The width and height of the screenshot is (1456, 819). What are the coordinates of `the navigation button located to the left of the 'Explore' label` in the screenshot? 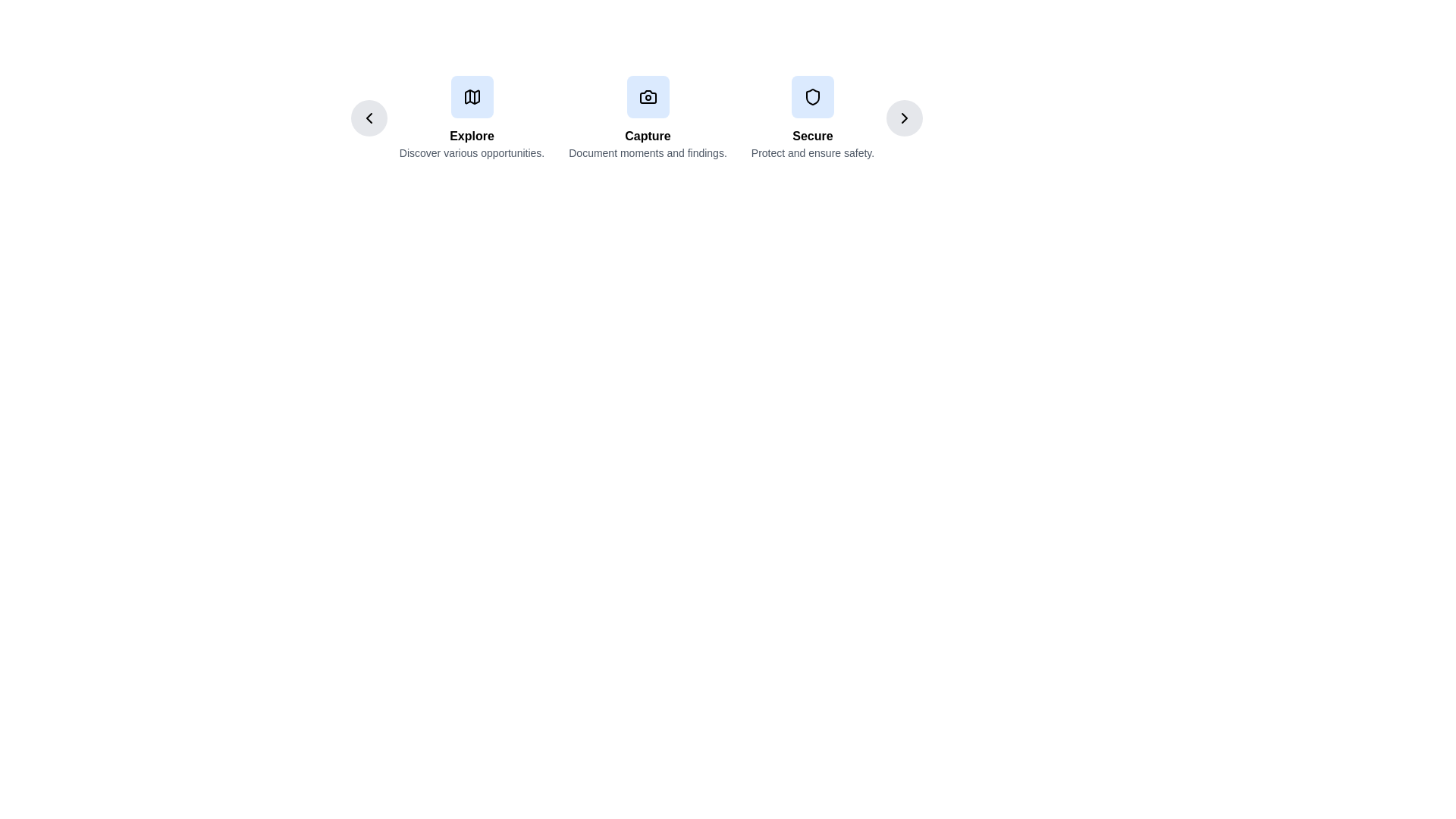 It's located at (369, 117).